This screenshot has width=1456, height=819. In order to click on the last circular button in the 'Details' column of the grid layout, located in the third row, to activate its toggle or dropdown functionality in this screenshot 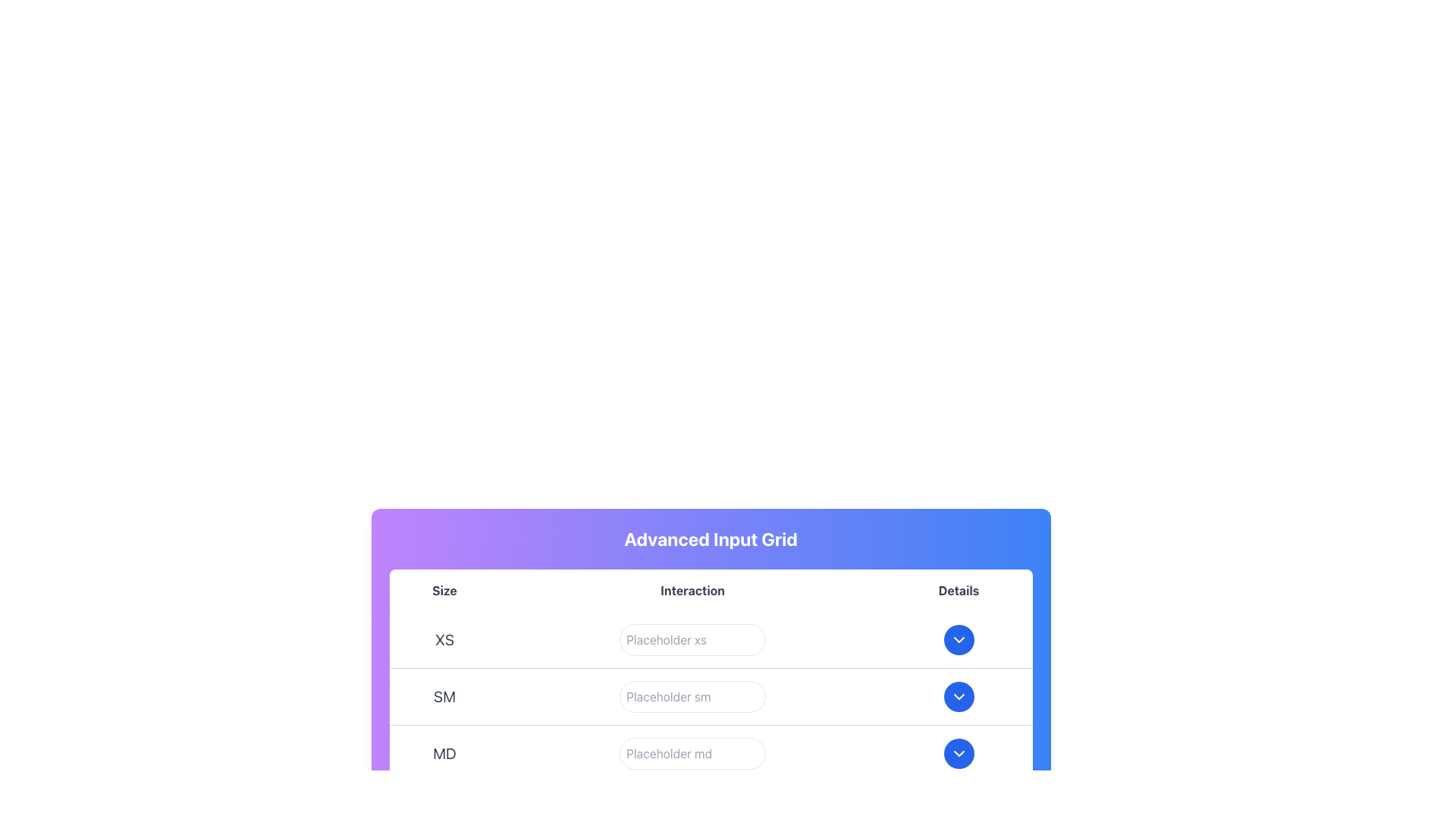, I will do `click(958, 754)`.